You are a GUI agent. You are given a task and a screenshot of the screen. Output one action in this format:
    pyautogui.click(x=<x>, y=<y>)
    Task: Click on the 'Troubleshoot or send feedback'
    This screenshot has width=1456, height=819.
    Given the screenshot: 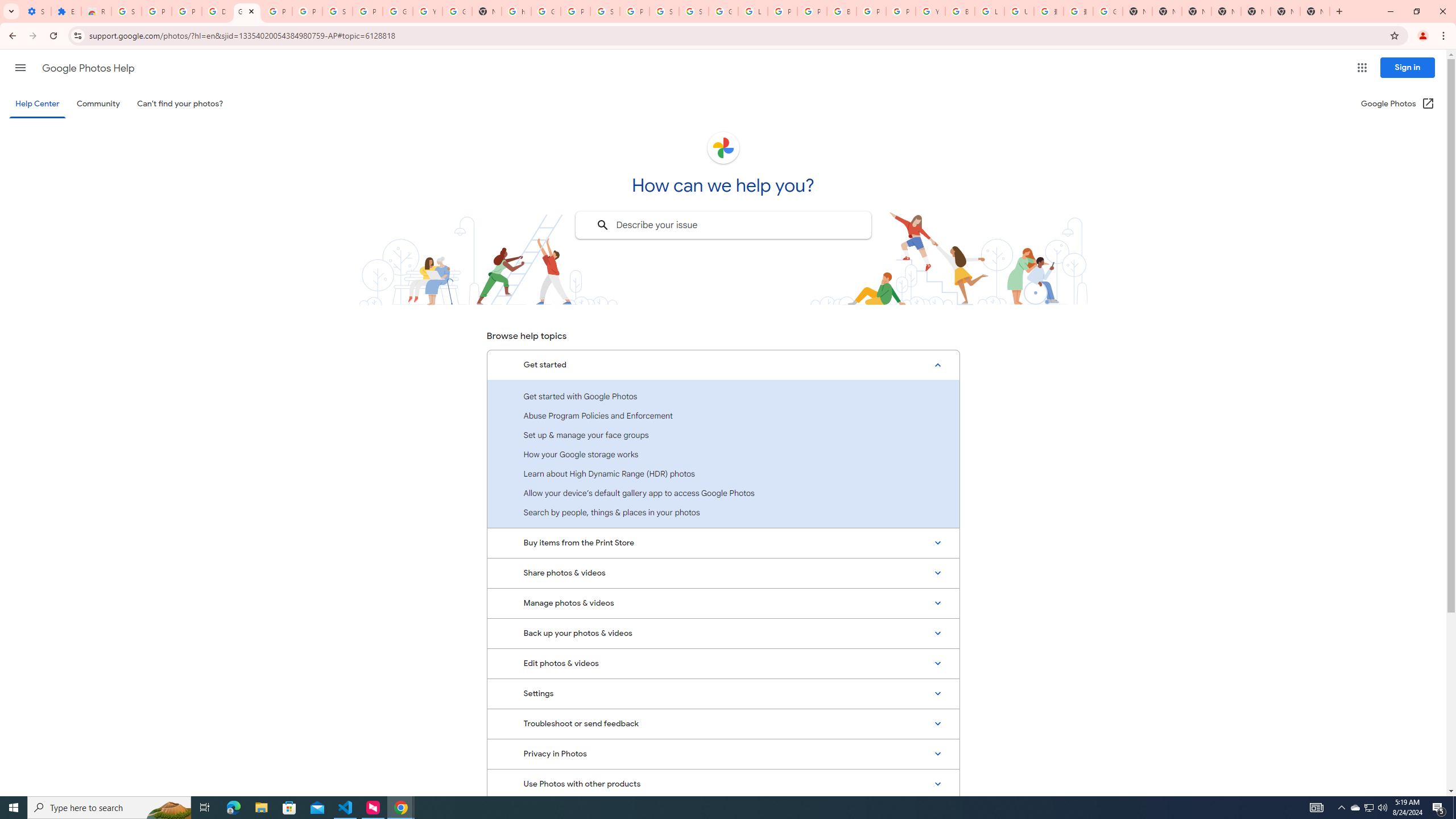 What is the action you would take?
    pyautogui.click(x=723, y=723)
    